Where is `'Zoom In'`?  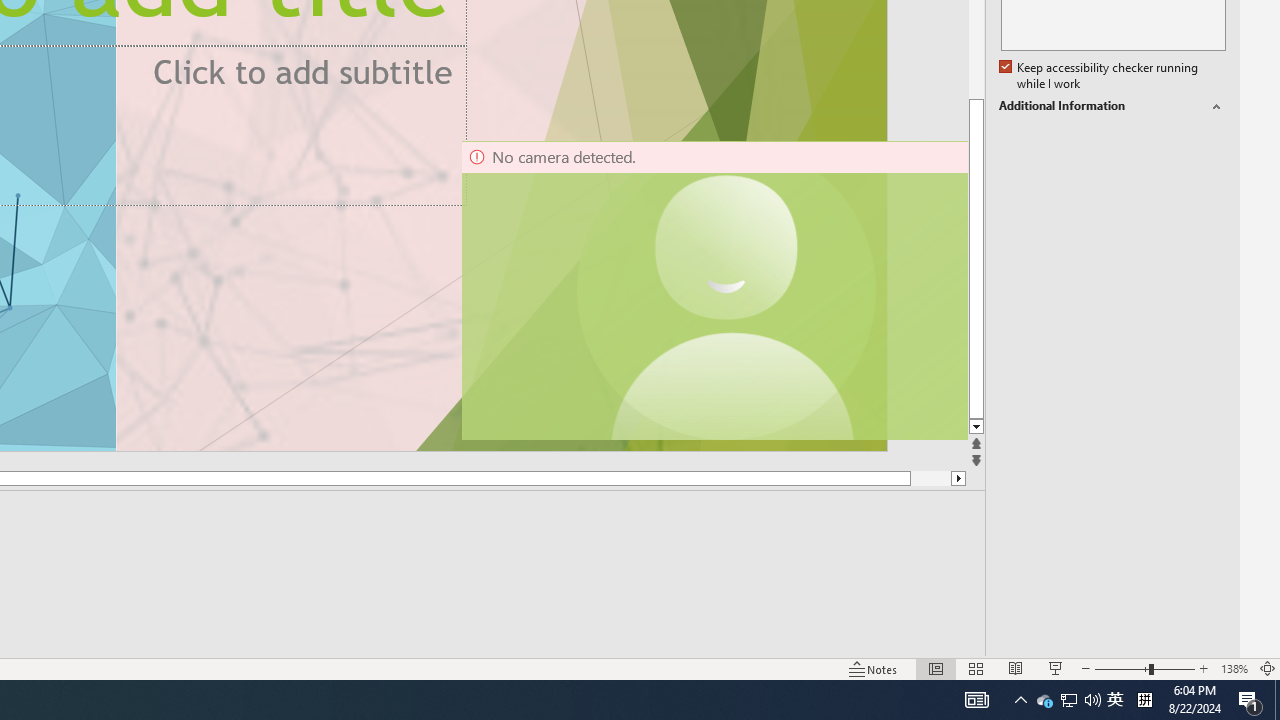
'Zoom In' is located at coordinates (1203, 669).